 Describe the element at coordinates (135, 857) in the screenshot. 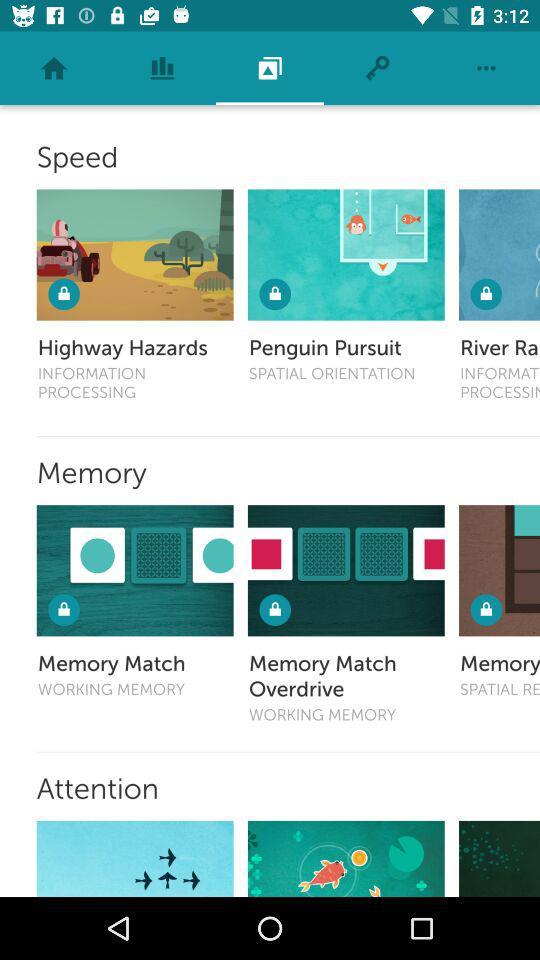

I see `option` at that location.